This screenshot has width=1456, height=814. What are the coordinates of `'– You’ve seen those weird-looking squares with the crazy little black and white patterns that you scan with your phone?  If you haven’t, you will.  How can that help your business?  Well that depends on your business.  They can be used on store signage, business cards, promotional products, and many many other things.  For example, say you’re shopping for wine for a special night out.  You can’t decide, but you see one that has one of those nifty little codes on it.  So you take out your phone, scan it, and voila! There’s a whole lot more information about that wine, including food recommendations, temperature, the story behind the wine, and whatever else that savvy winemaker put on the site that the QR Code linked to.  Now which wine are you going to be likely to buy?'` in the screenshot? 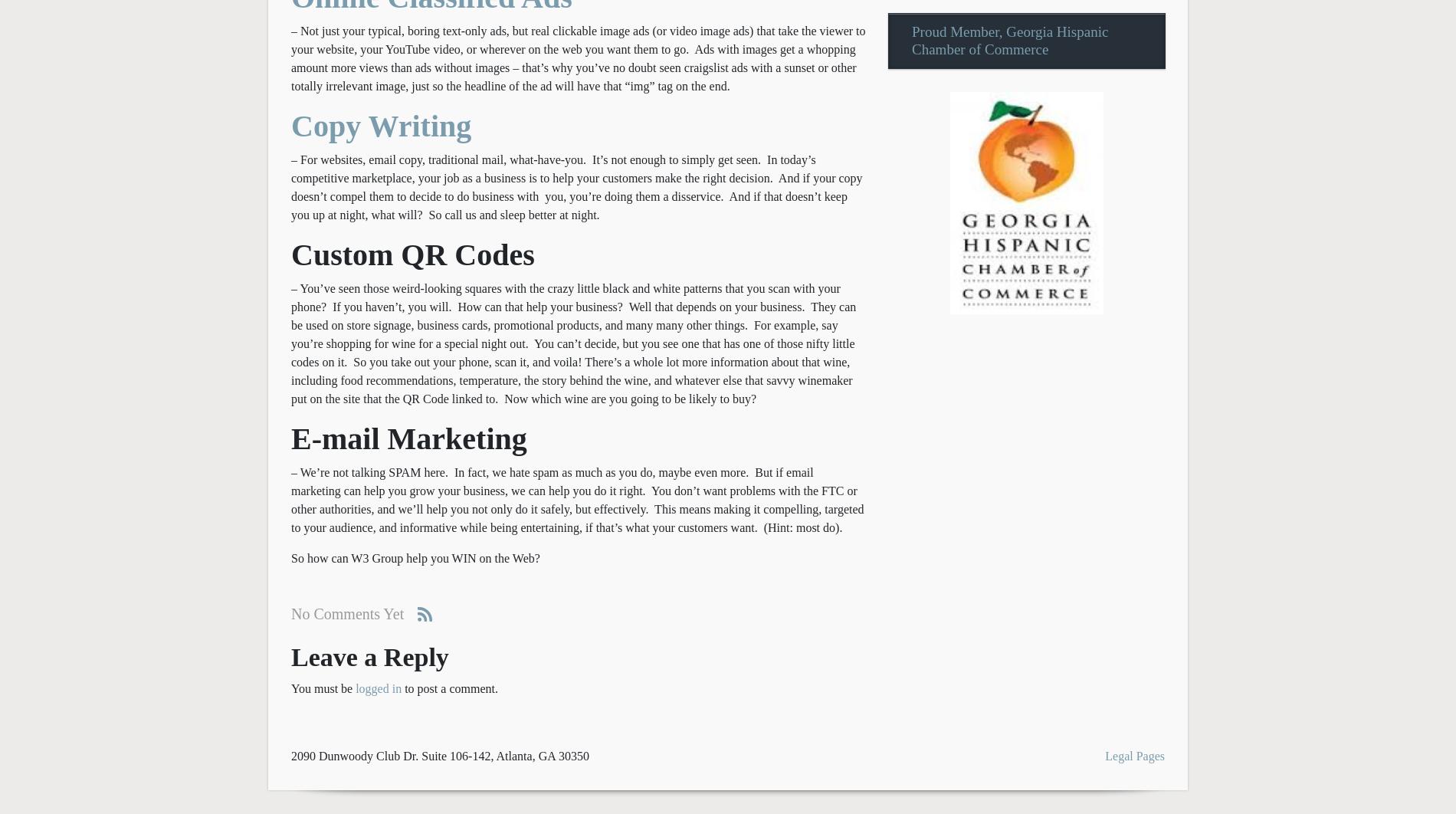 It's located at (572, 342).